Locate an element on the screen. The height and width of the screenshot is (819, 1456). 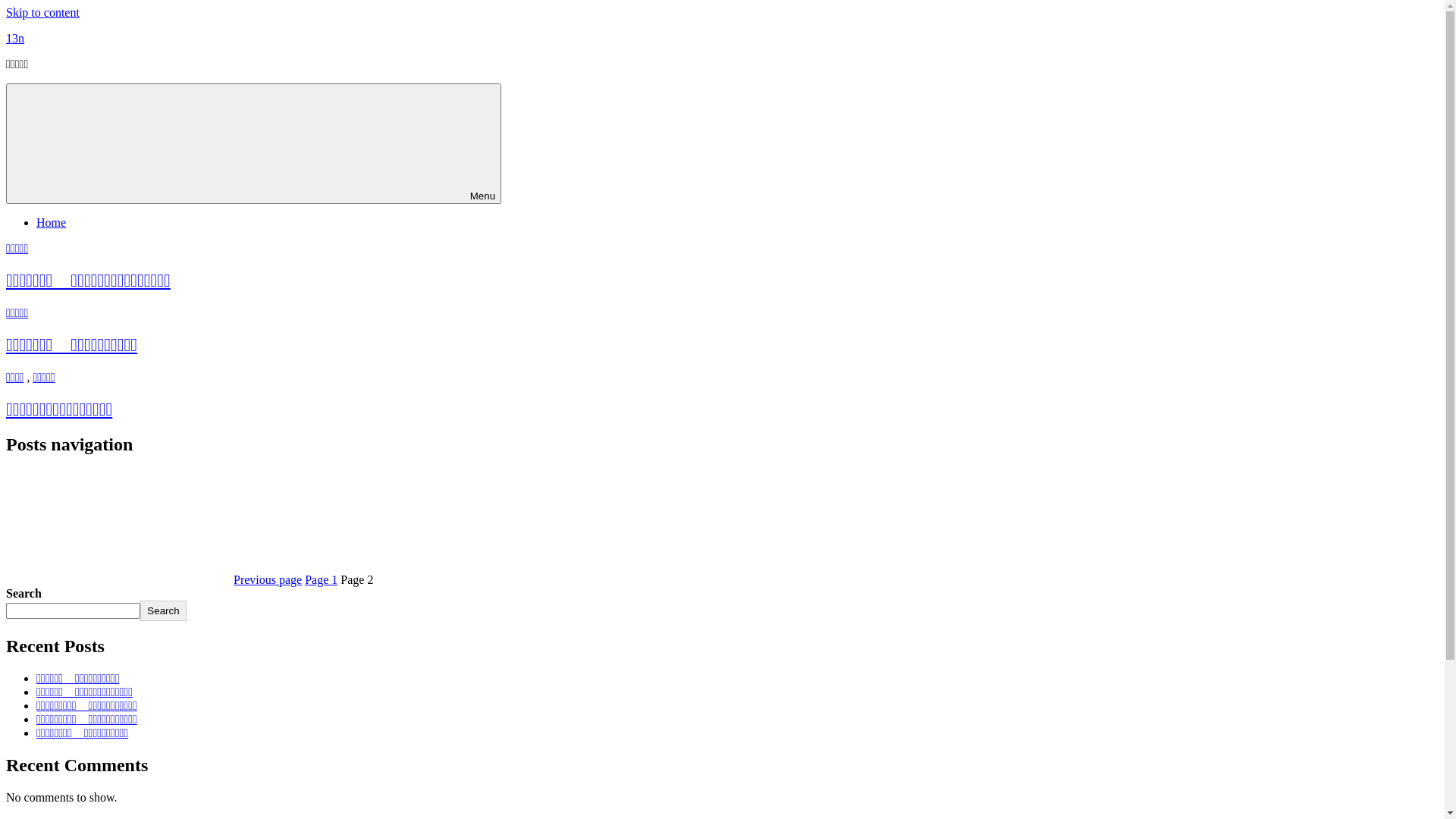
'Page 1' is located at coordinates (320, 579).